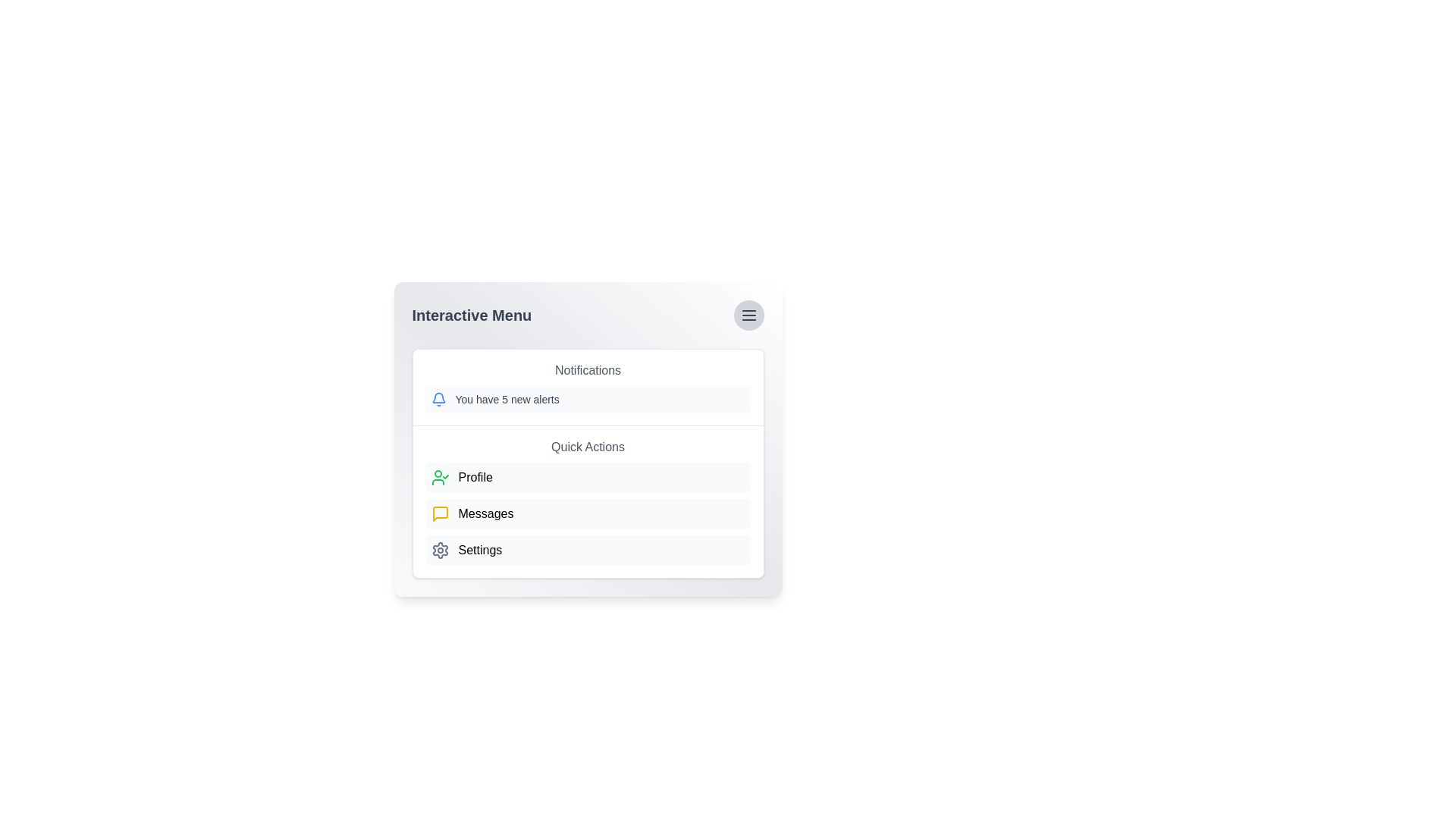  Describe the element at coordinates (748, 315) in the screenshot. I see `the menu toggle button to change the visibility of the menu` at that location.